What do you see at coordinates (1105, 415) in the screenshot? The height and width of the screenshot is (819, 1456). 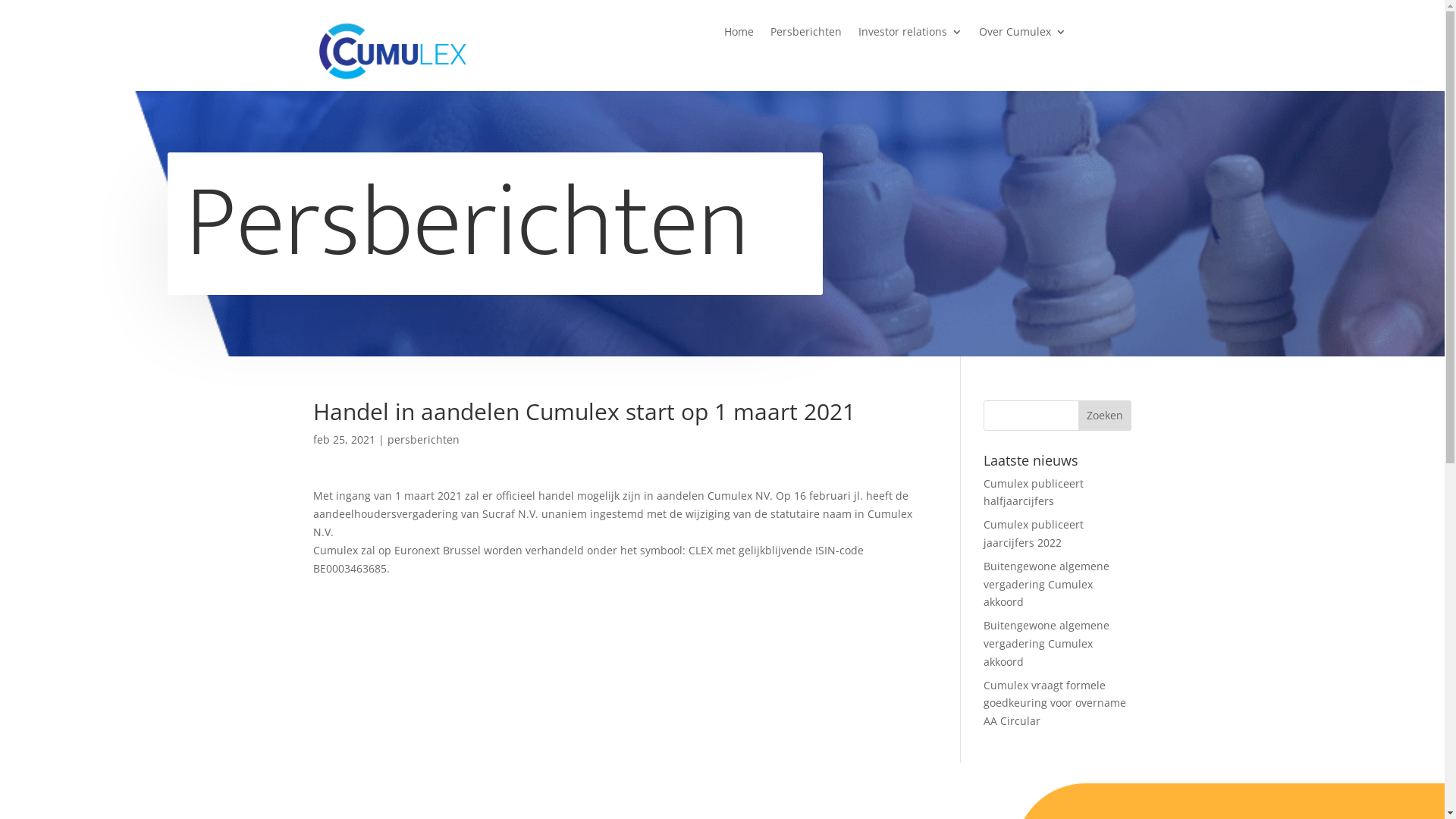 I see `'Zoeken'` at bounding box center [1105, 415].